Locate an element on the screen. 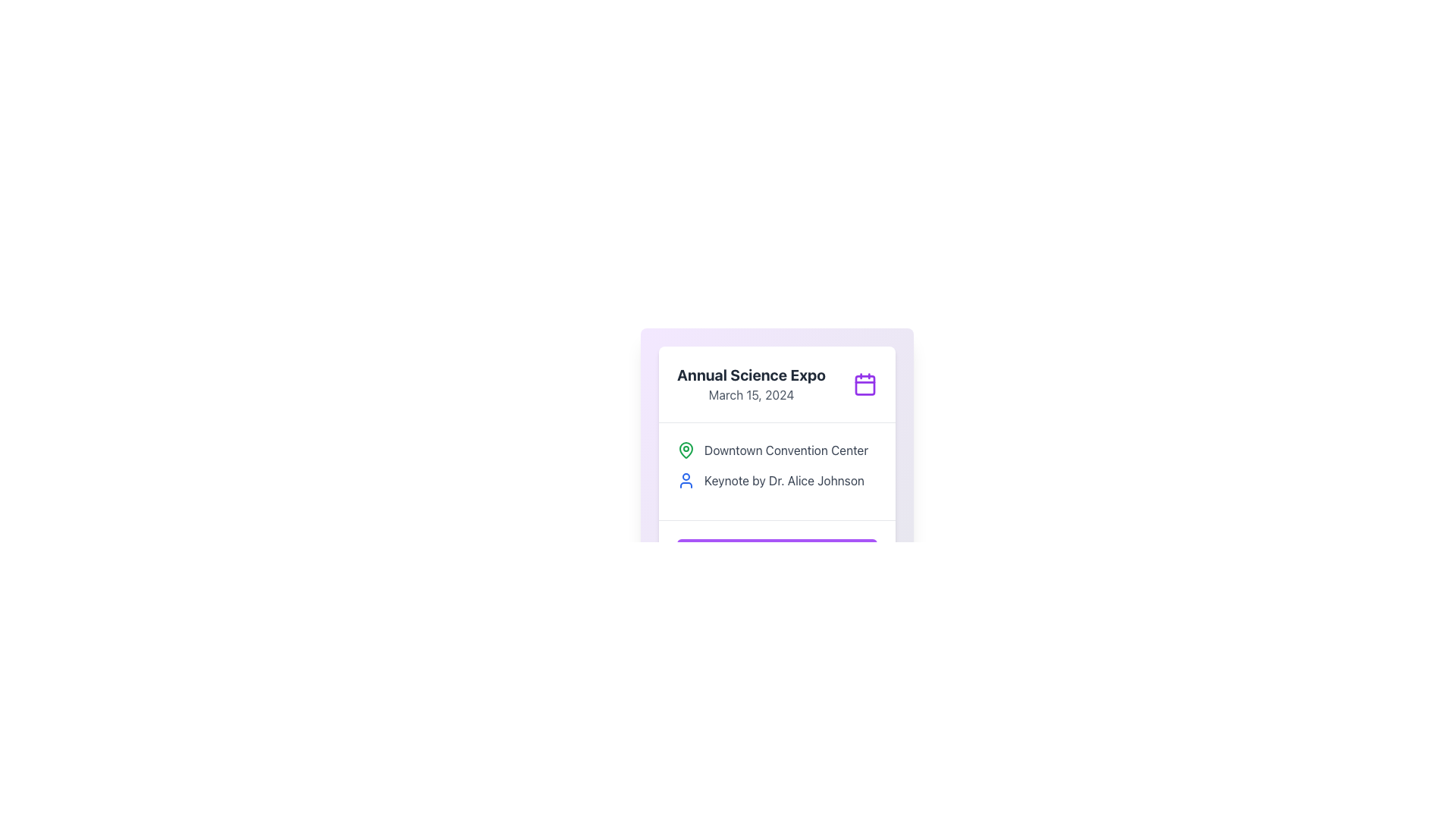 The height and width of the screenshot is (819, 1456). the decorative graphical element within the calendar icon, which is a rounded rectangle with concave corners located at the bottom right area of the calendar graphic is located at coordinates (865, 384).